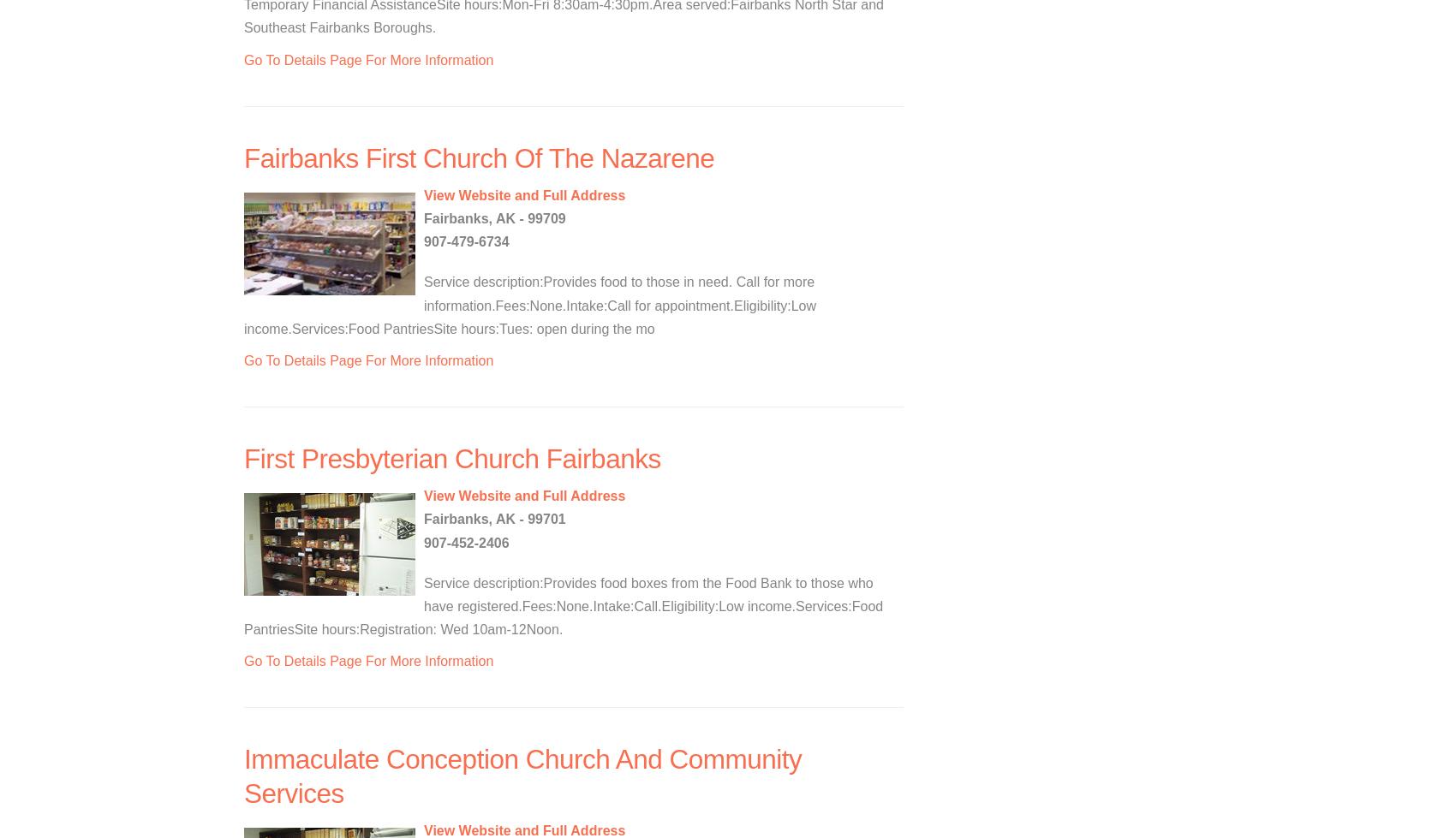 The width and height of the screenshot is (1456, 838). I want to click on 'Fairbanks, AK - 99709', so click(493, 218).